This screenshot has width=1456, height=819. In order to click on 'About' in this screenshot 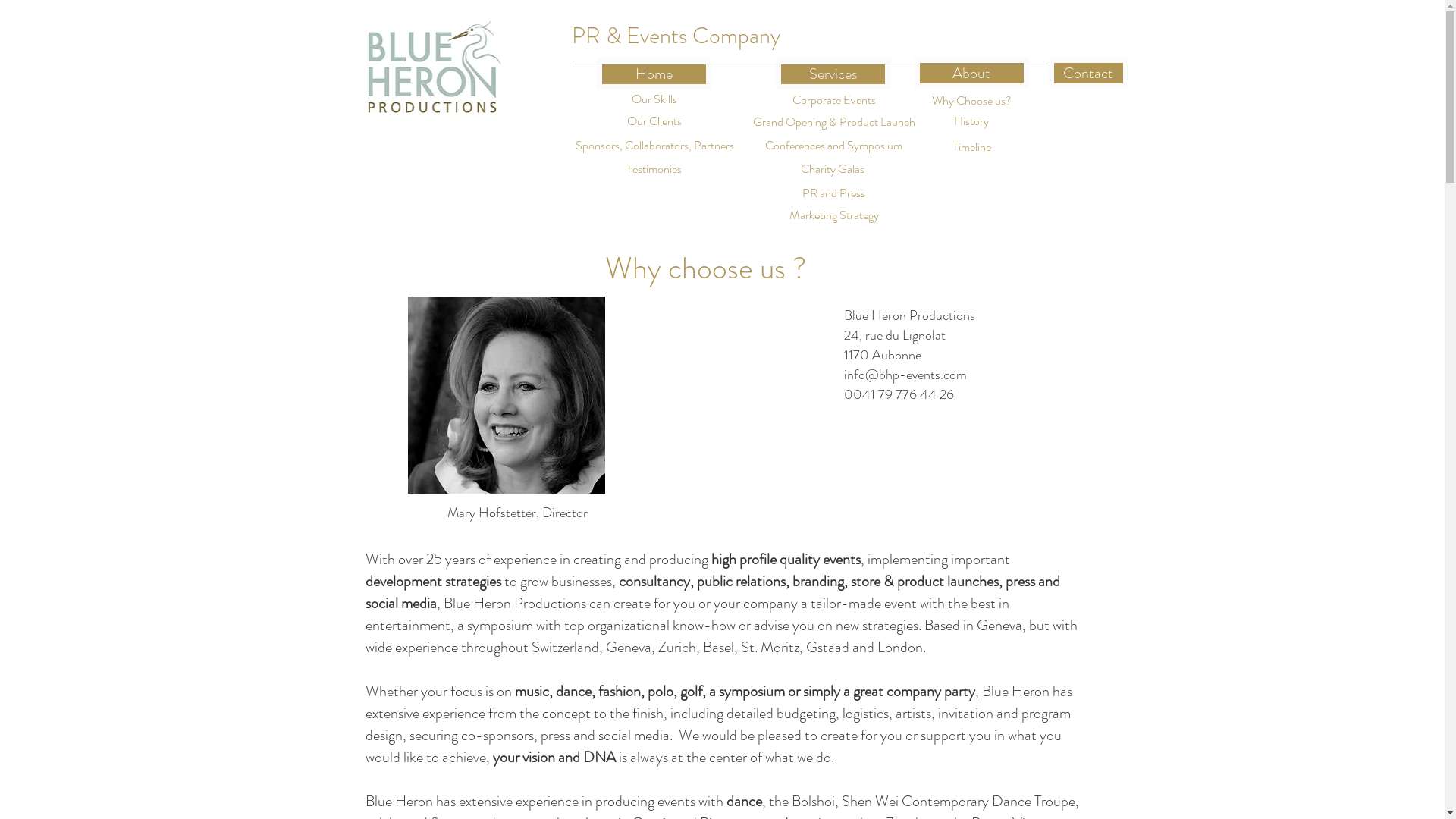, I will do `click(971, 73)`.